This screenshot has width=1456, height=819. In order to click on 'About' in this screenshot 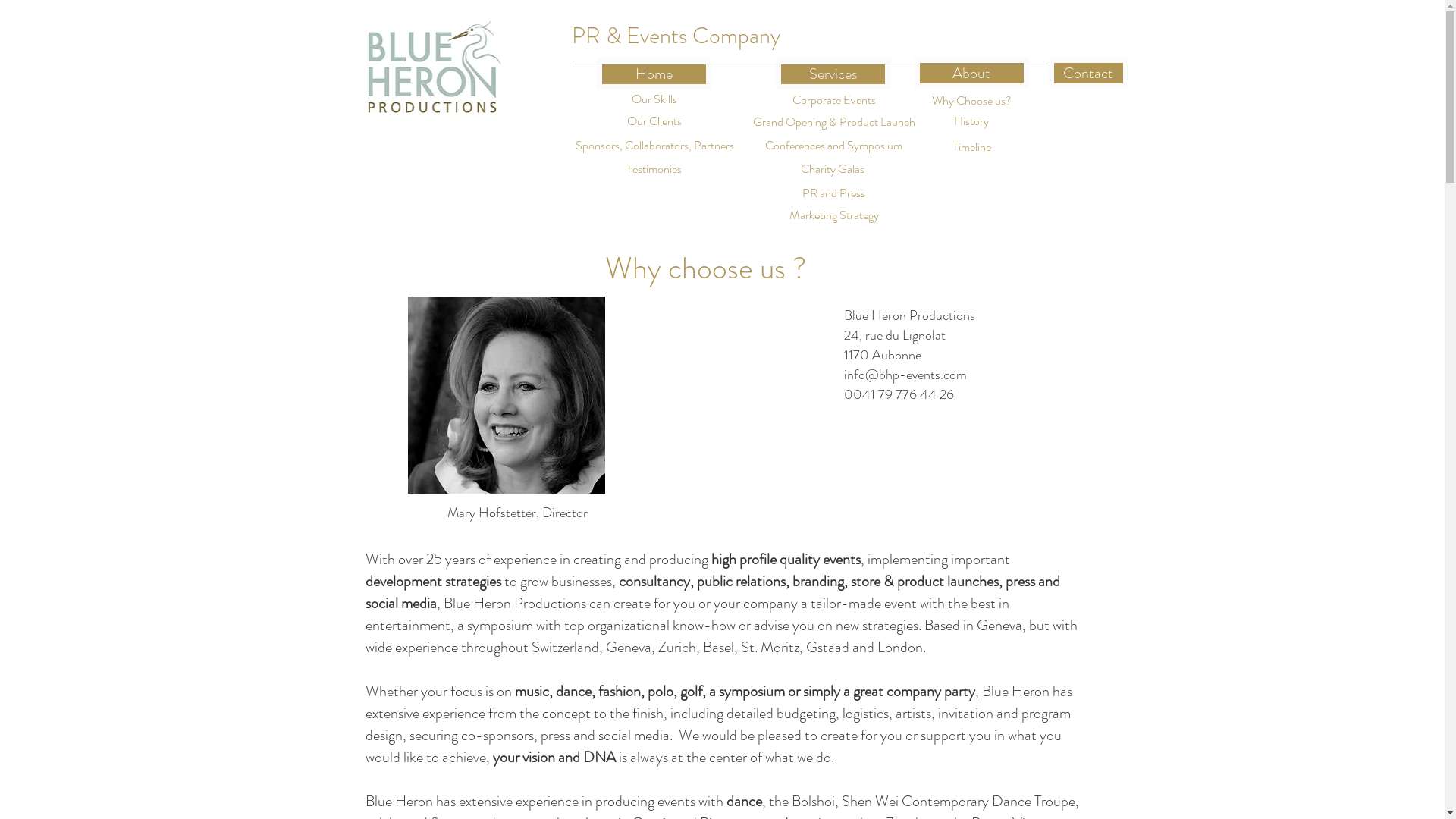, I will do `click(971, 73)`.